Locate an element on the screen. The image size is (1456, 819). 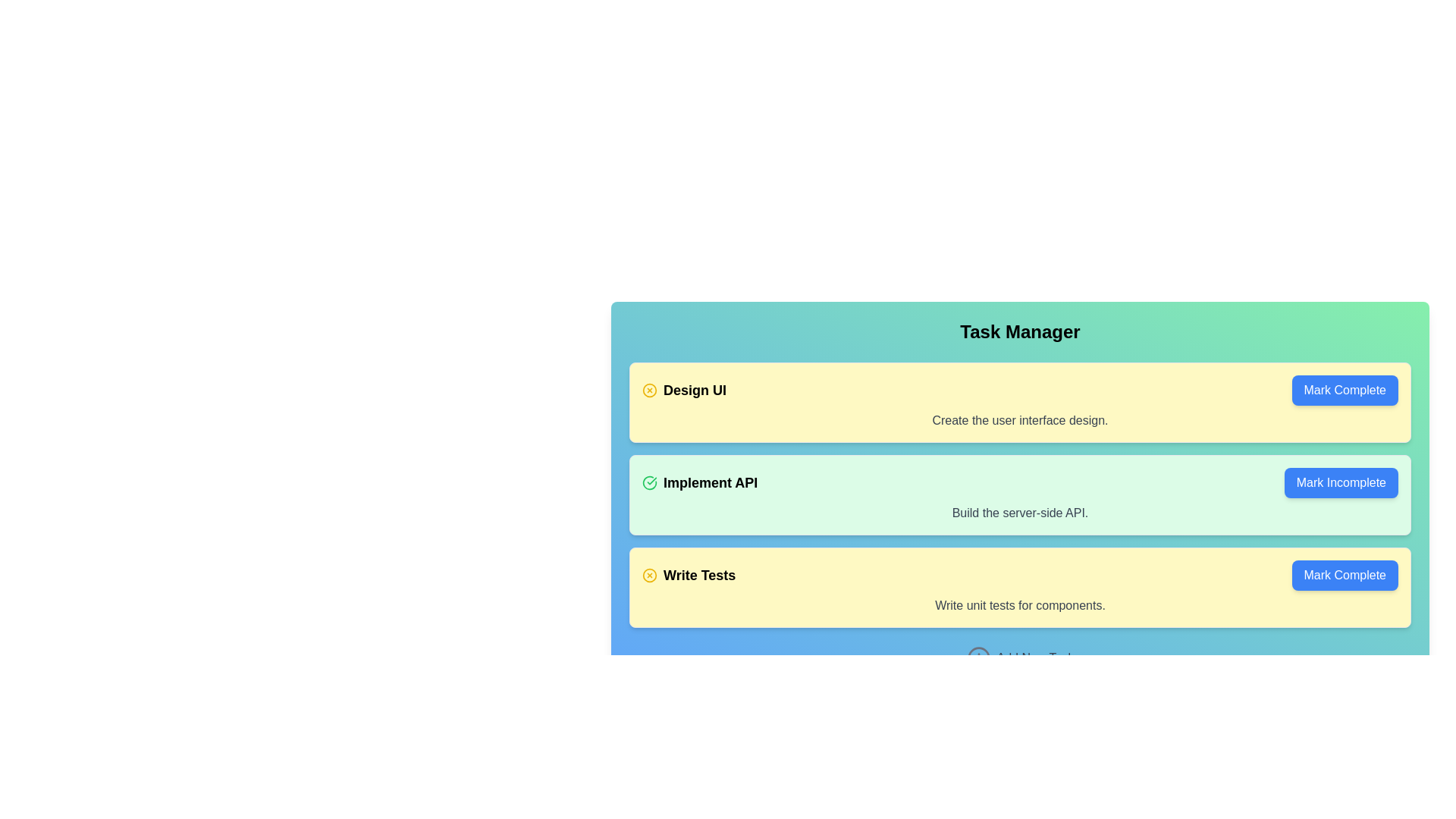
the green circular checkmark icon indicating completion, located in the 'Implement API' task row is located at coordinates (650, 482).